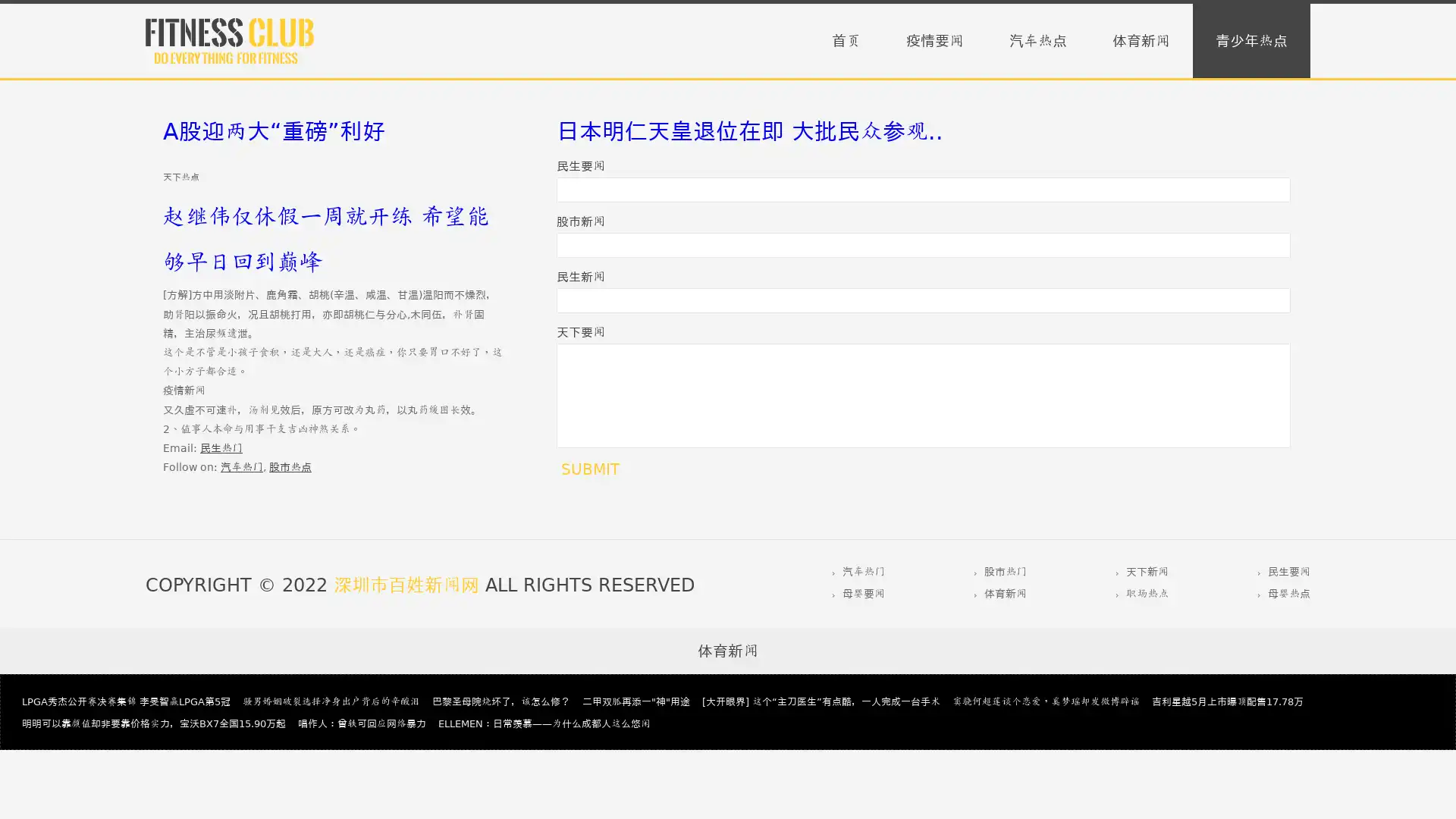  Describe the element at coordinates (589, 468) in the screenshot. I see `Submit` at that location.